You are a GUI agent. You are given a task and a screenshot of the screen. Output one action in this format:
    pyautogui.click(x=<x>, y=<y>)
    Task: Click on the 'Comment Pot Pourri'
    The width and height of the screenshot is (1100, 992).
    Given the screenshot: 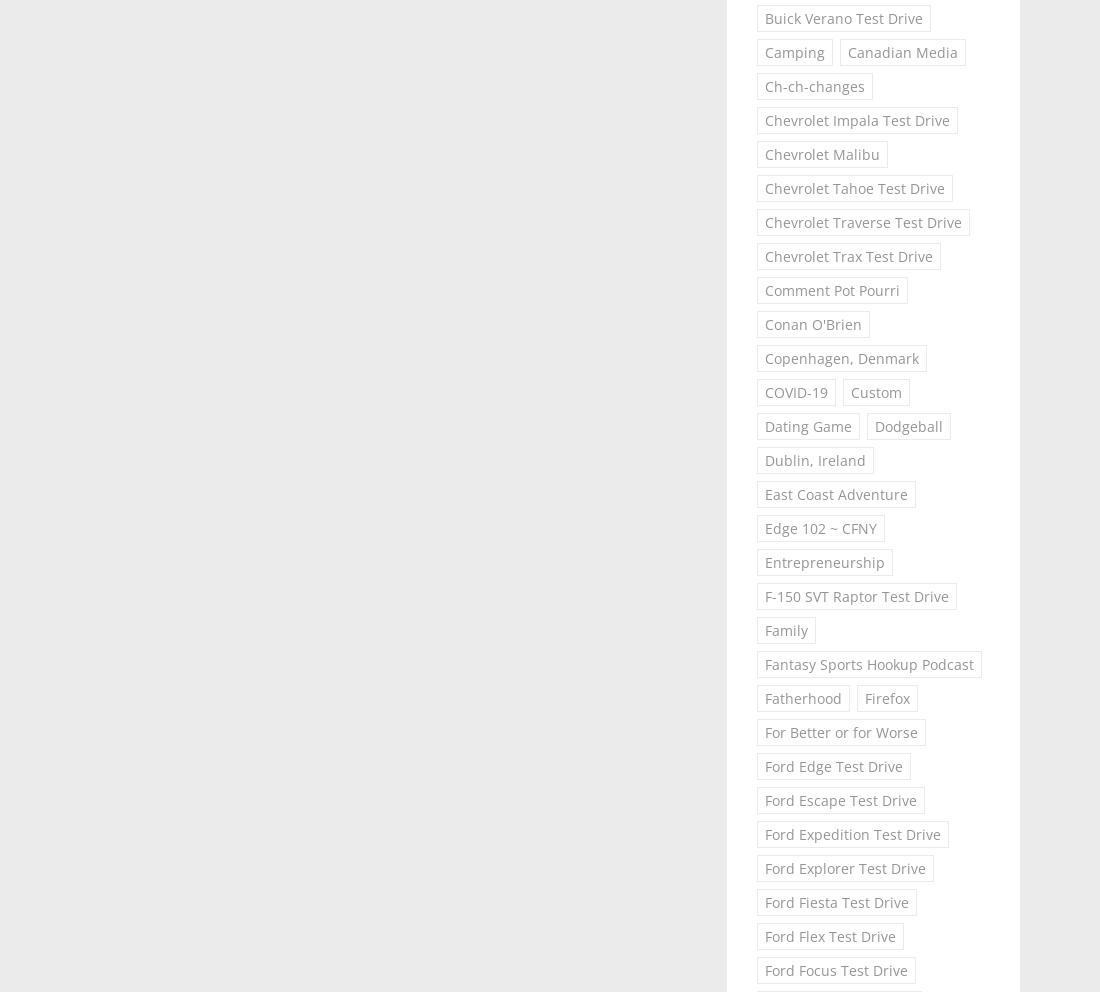 What is the action you would take?
    pyautogui.click(x=830, y=290)
    